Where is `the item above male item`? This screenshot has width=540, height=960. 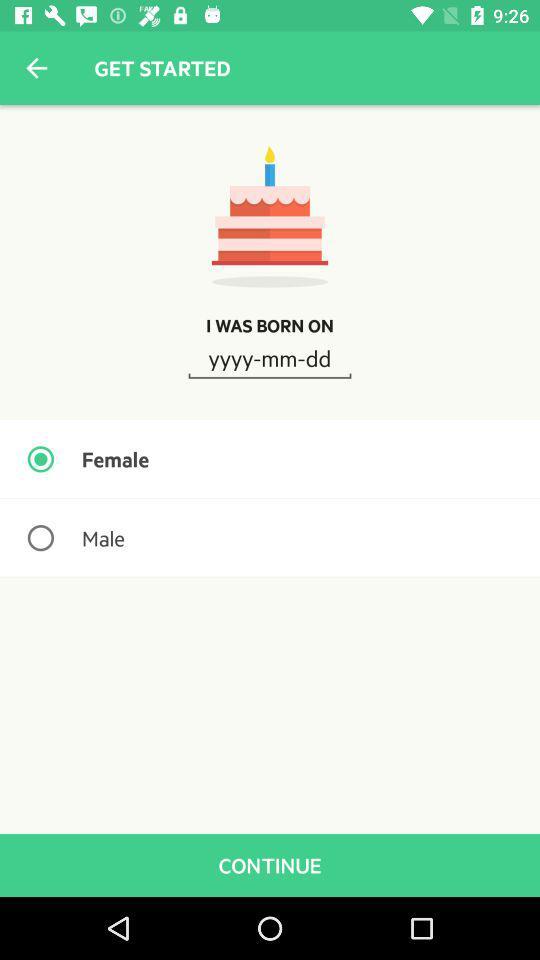
the item above male item is located at coordinates (270, 459).